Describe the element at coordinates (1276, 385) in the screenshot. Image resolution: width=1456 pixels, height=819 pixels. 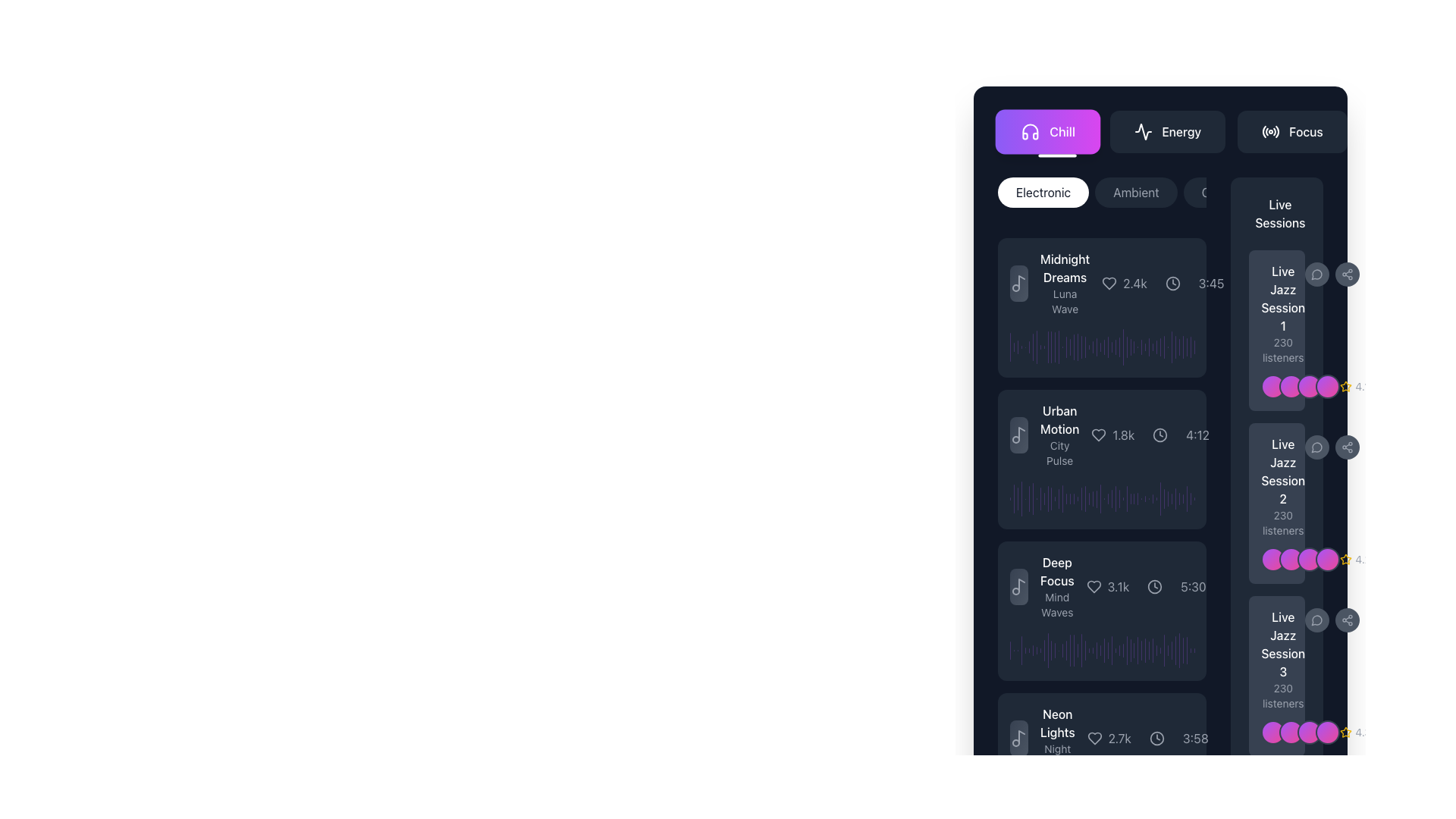
I see `the Avatar representation located in the lower-right section of the card for 'Live Jazz Session 1', which is the second circular item in the sequence` at that location.